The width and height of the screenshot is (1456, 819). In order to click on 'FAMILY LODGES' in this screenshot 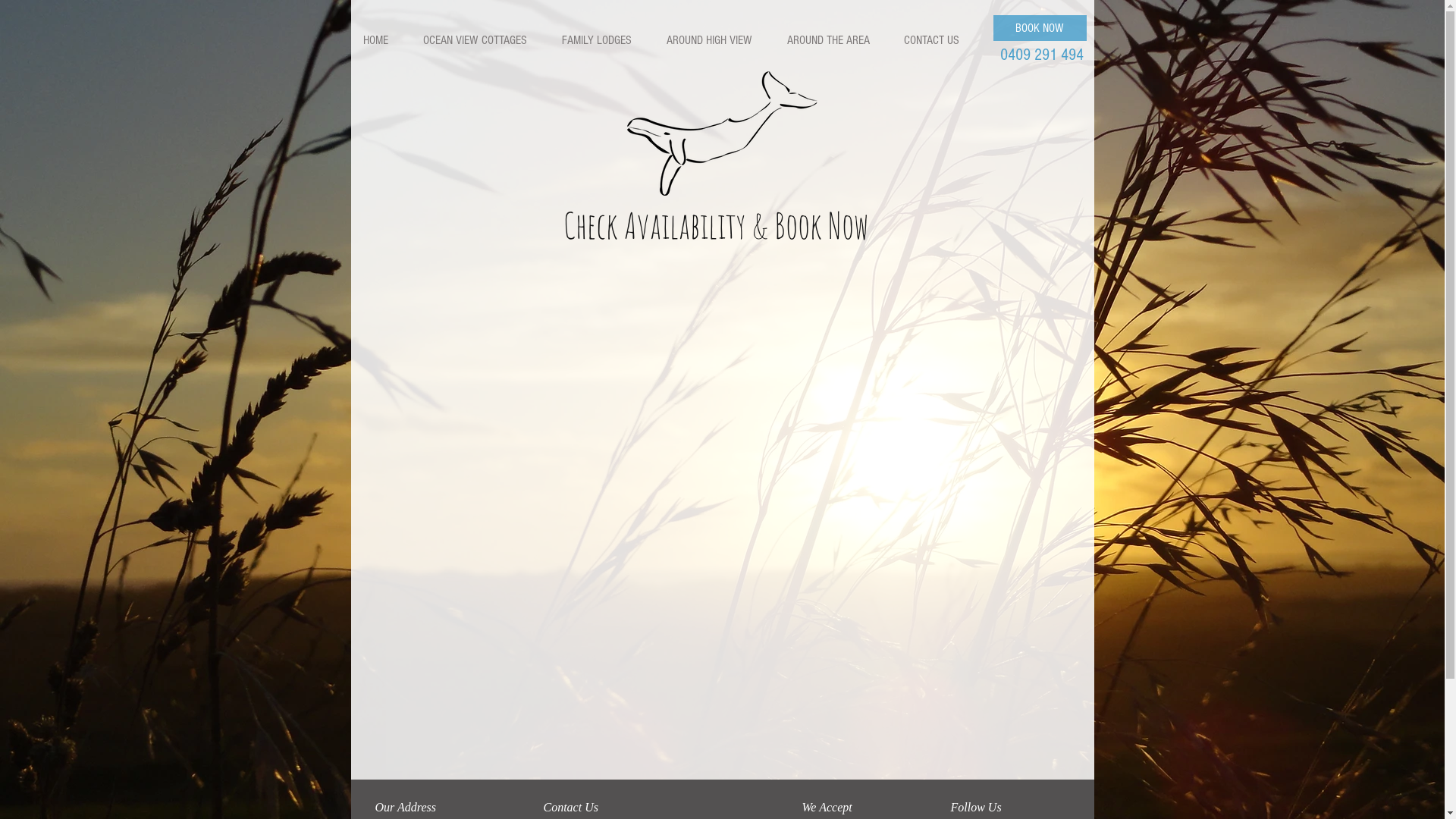, I will do `click(548, 39)`.